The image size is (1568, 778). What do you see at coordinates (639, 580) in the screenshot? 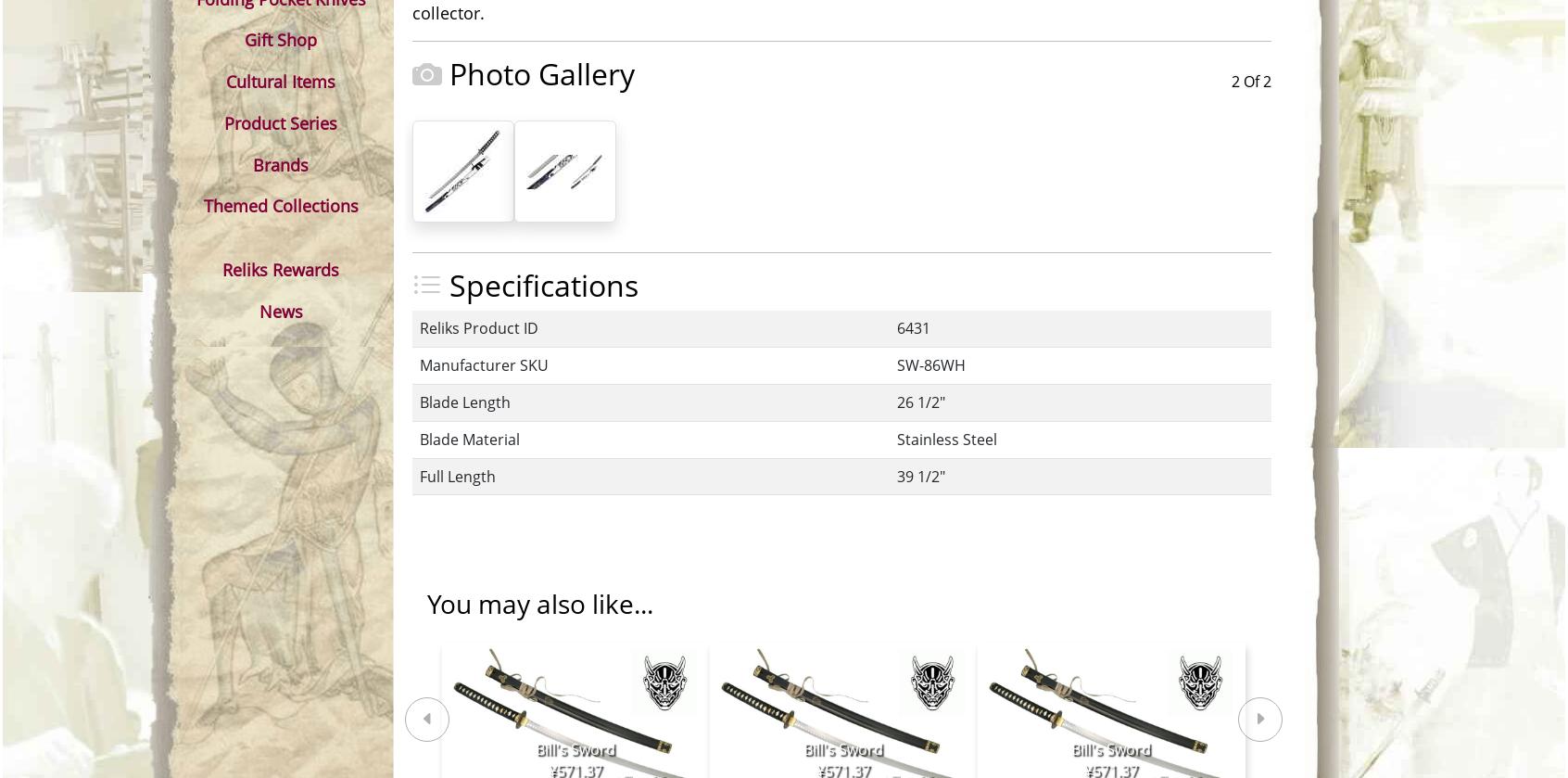
I see `'Brown Medieval Tunic'` at bounding box center [639, 580].